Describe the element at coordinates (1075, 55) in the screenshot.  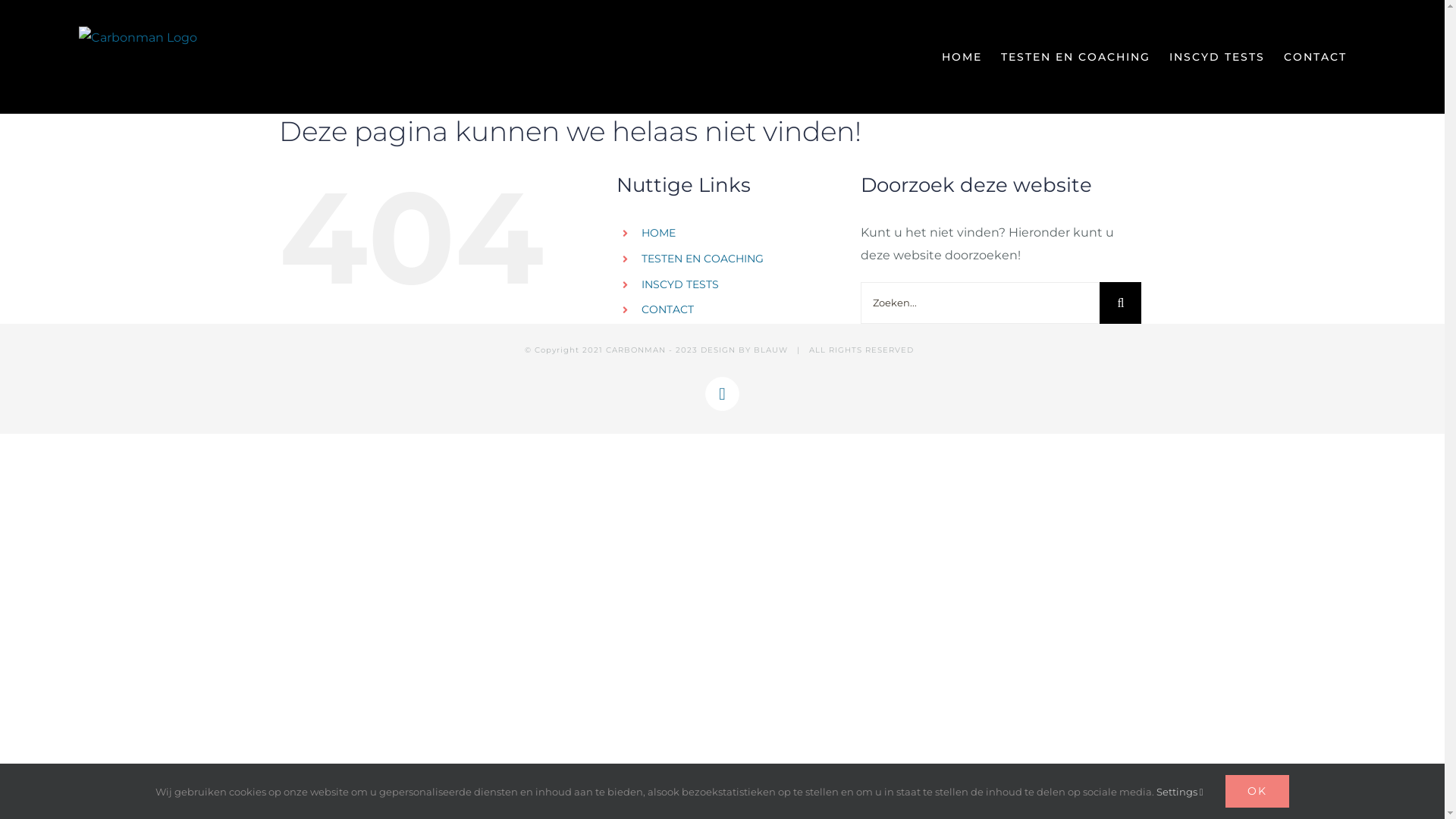
I see `'TESTEN EN COACHING'` at that location.